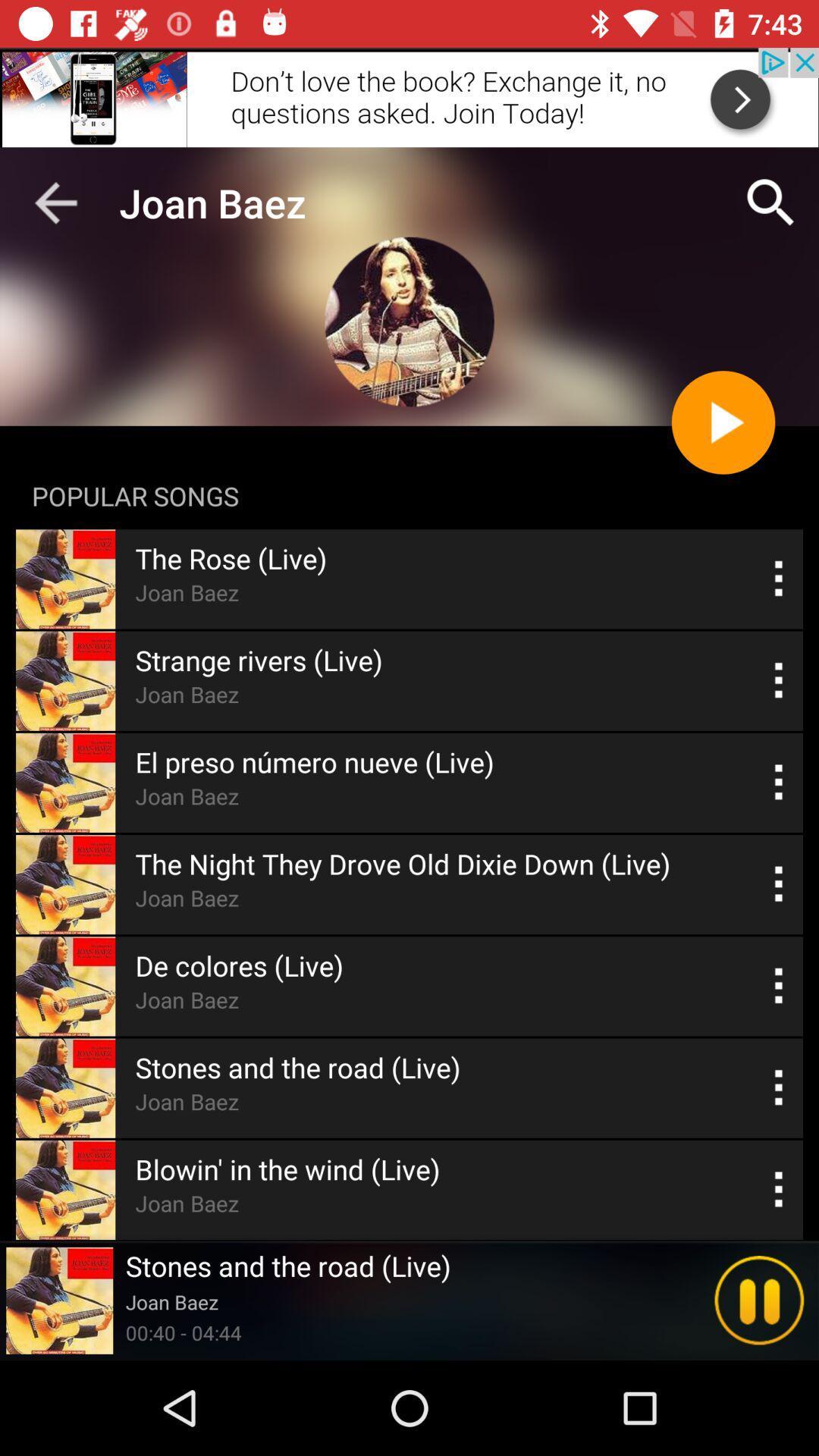 This screenshot has width=819, height=1456. I want to click on the pause icon, so click(759, 1300).